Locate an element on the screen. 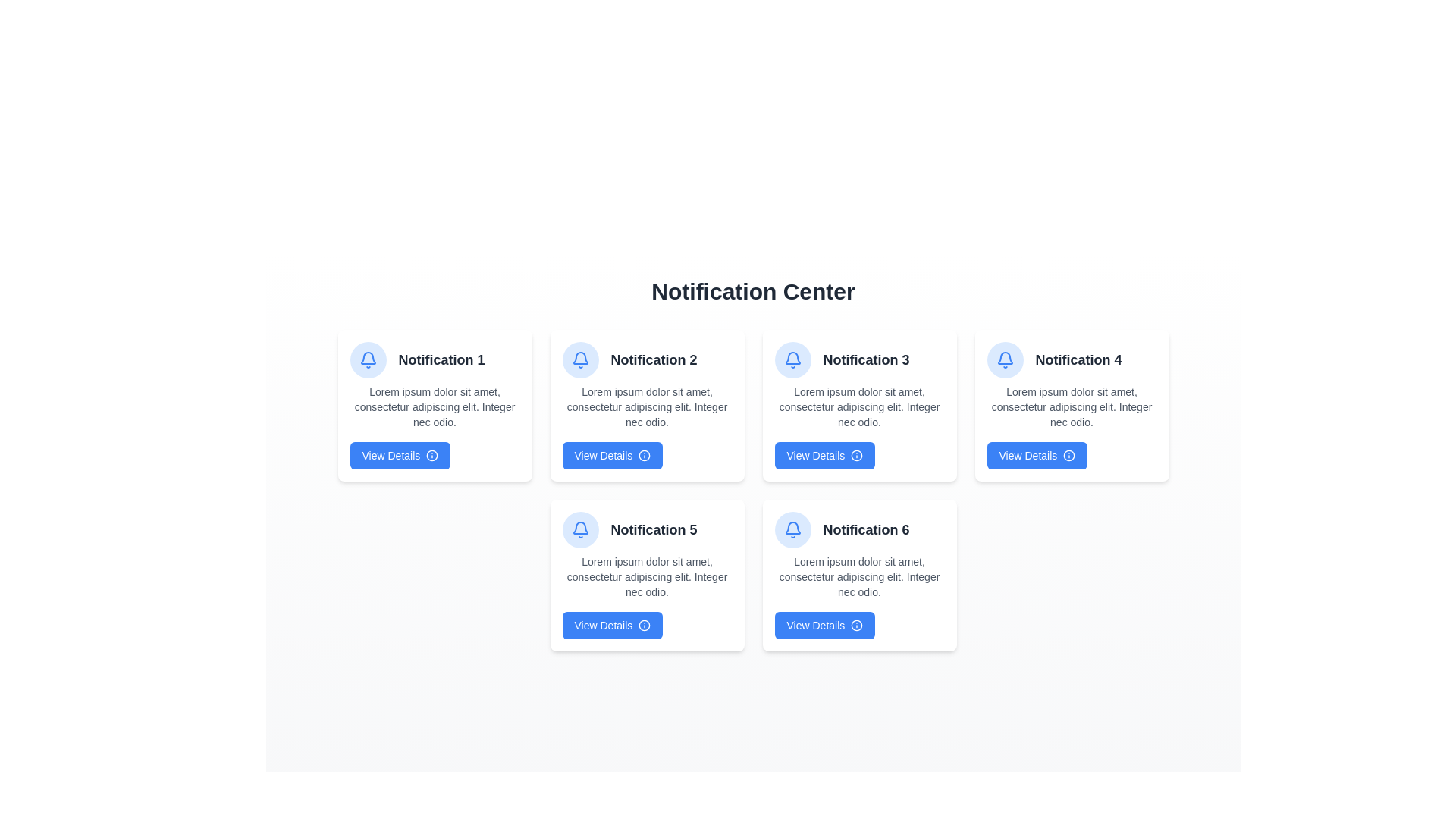  the bold text 'Notification 1' is located at coordinates (434, 359).